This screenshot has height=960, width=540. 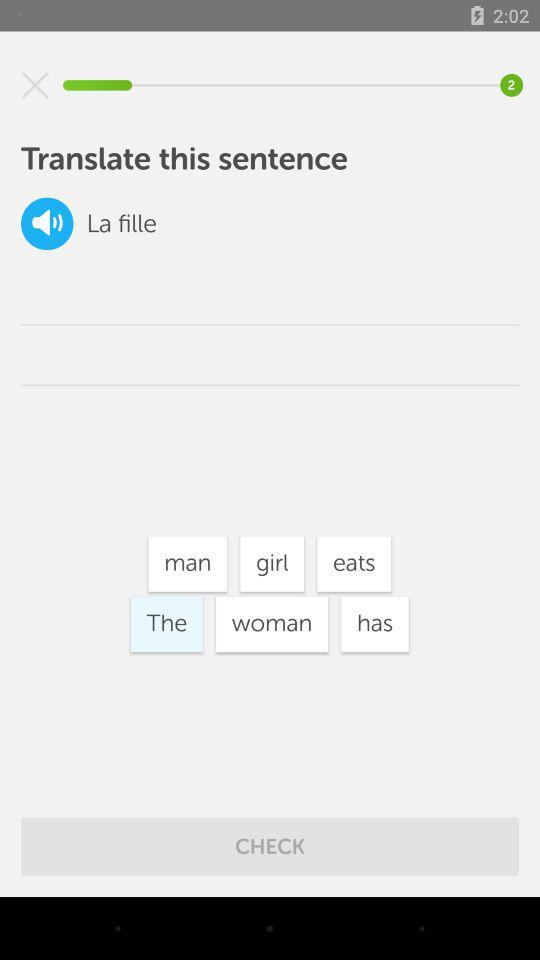 I want to click on the icon to the left of girl, so click(x=187, y=564).